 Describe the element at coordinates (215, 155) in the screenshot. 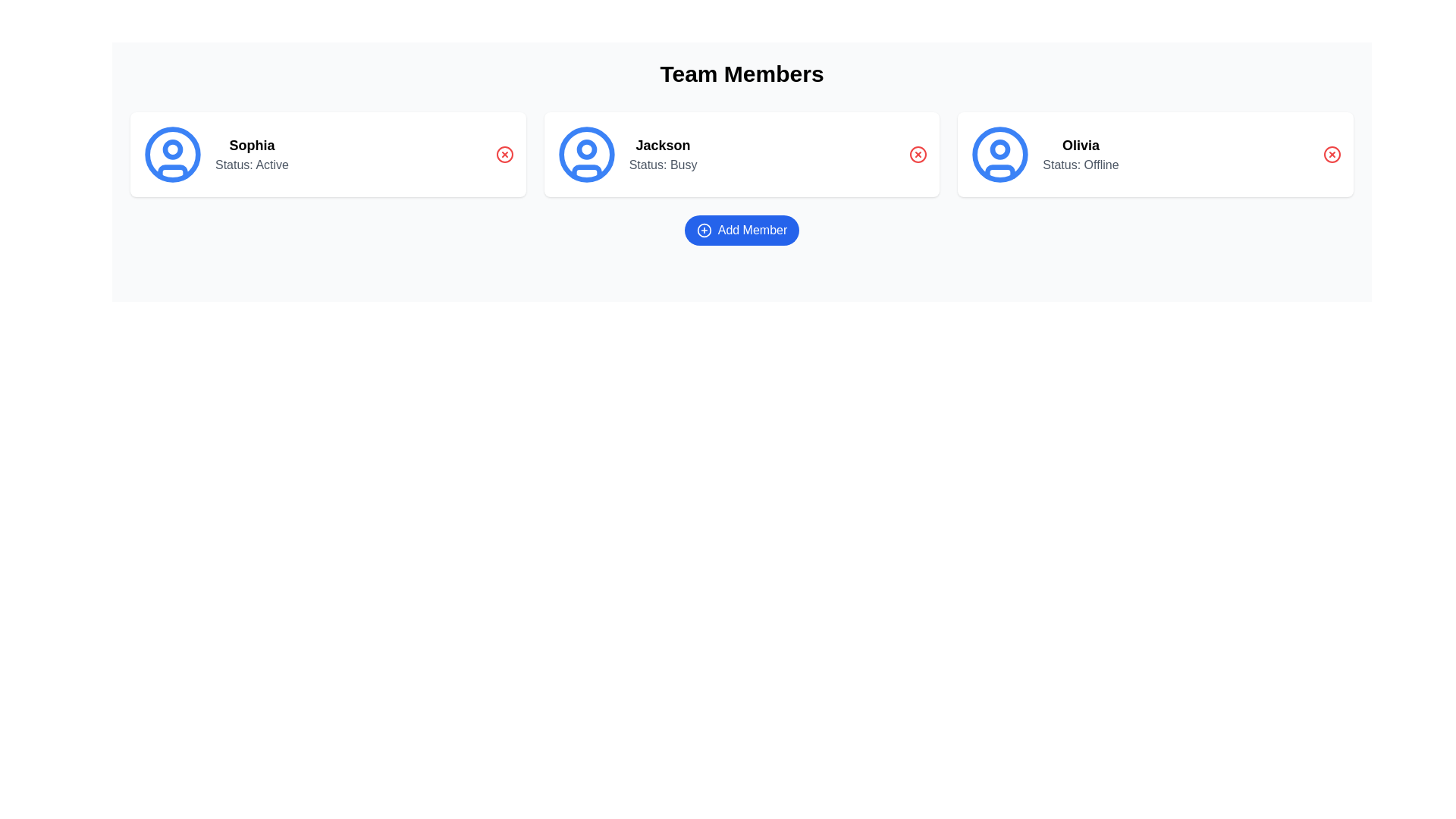

I see `the user display component featuring a circular blue icon and the text 'Sophia' with 'Status: Active' below it` at that location.